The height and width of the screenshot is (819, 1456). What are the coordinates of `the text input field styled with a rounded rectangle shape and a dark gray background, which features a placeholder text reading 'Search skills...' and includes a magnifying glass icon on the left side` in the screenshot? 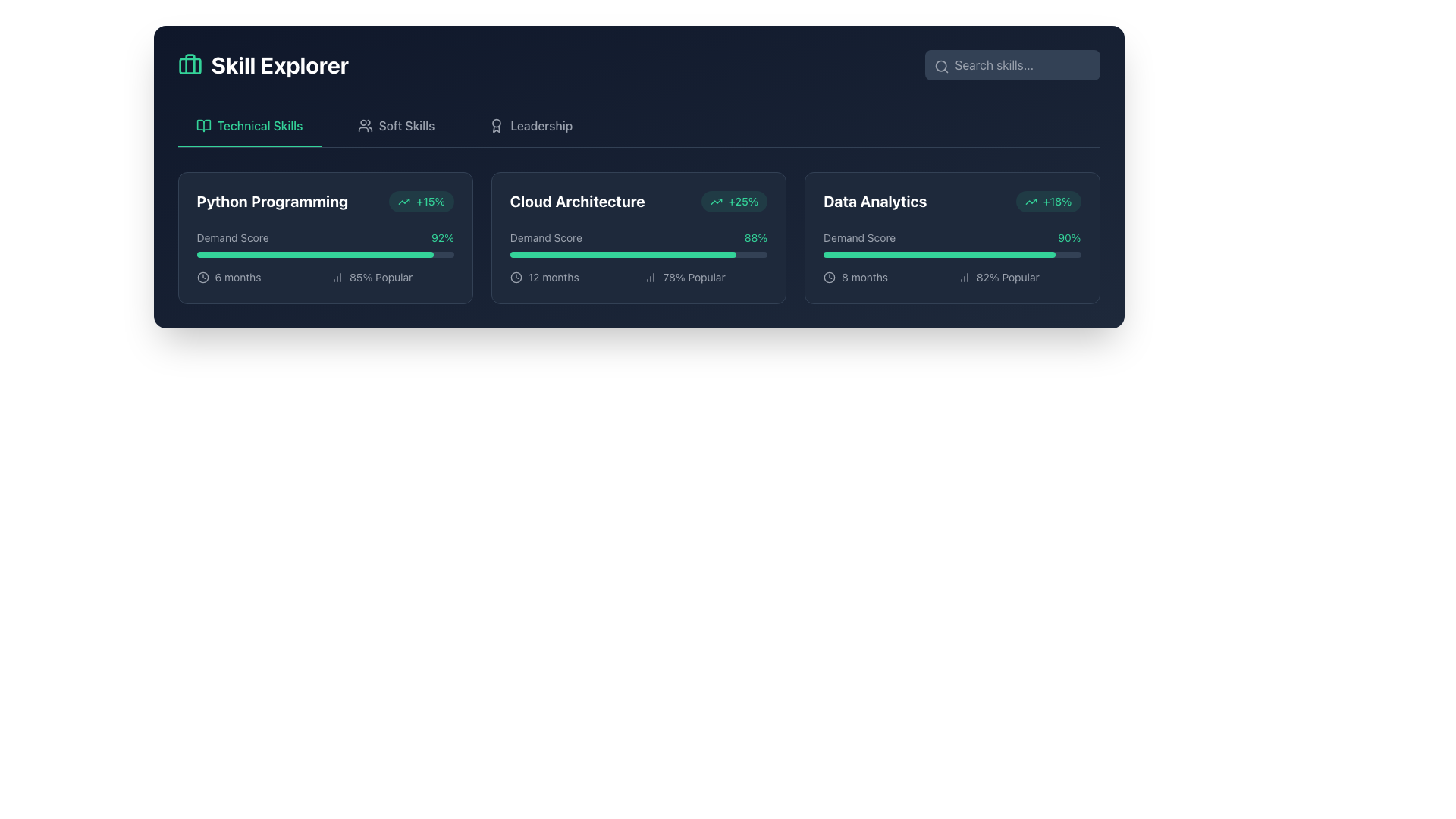 It's located at (1012, 64).